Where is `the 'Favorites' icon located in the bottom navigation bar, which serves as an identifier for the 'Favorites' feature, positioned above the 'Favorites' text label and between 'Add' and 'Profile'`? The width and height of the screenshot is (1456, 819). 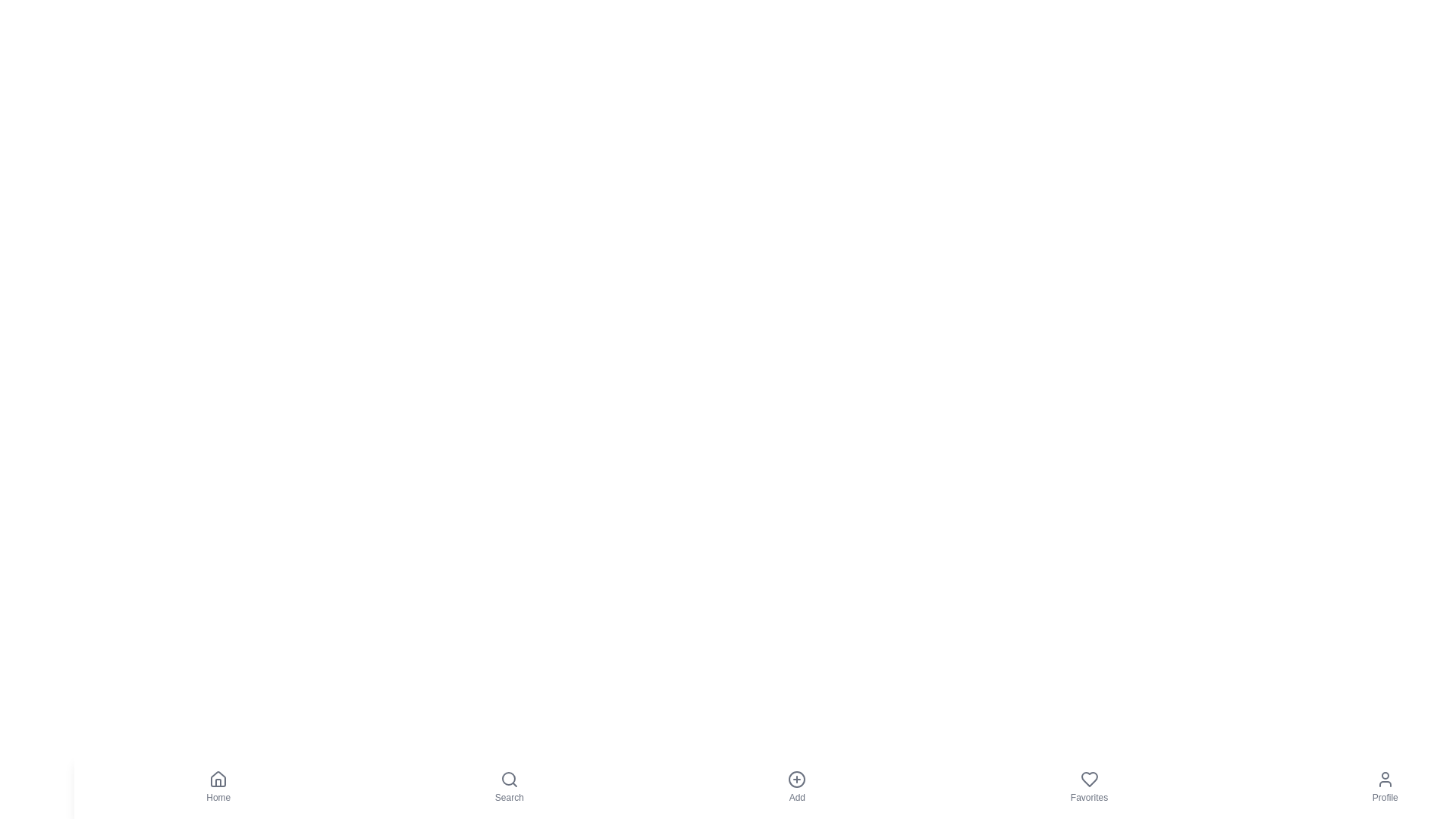
the 'Favorites' icon located in the bottom navigation bar, which serves as an identifier for the 'Favorites' feature, positioned above the 'Favorites' text label and between 'Add' and 'Profile' is located at coordinates (1088, 780).